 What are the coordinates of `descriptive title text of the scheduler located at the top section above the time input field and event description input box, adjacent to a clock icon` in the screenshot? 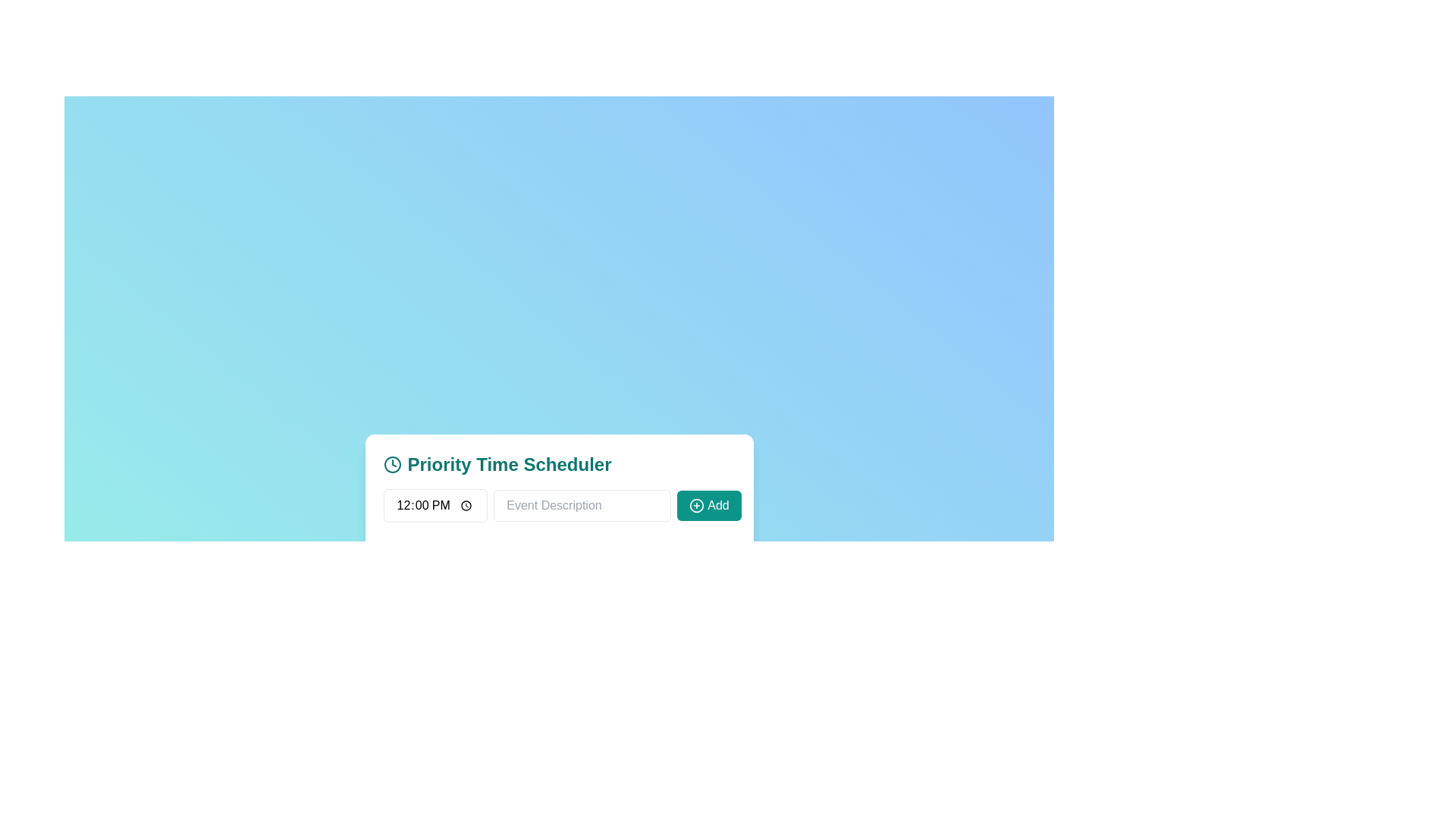 It's located at (558, 464).